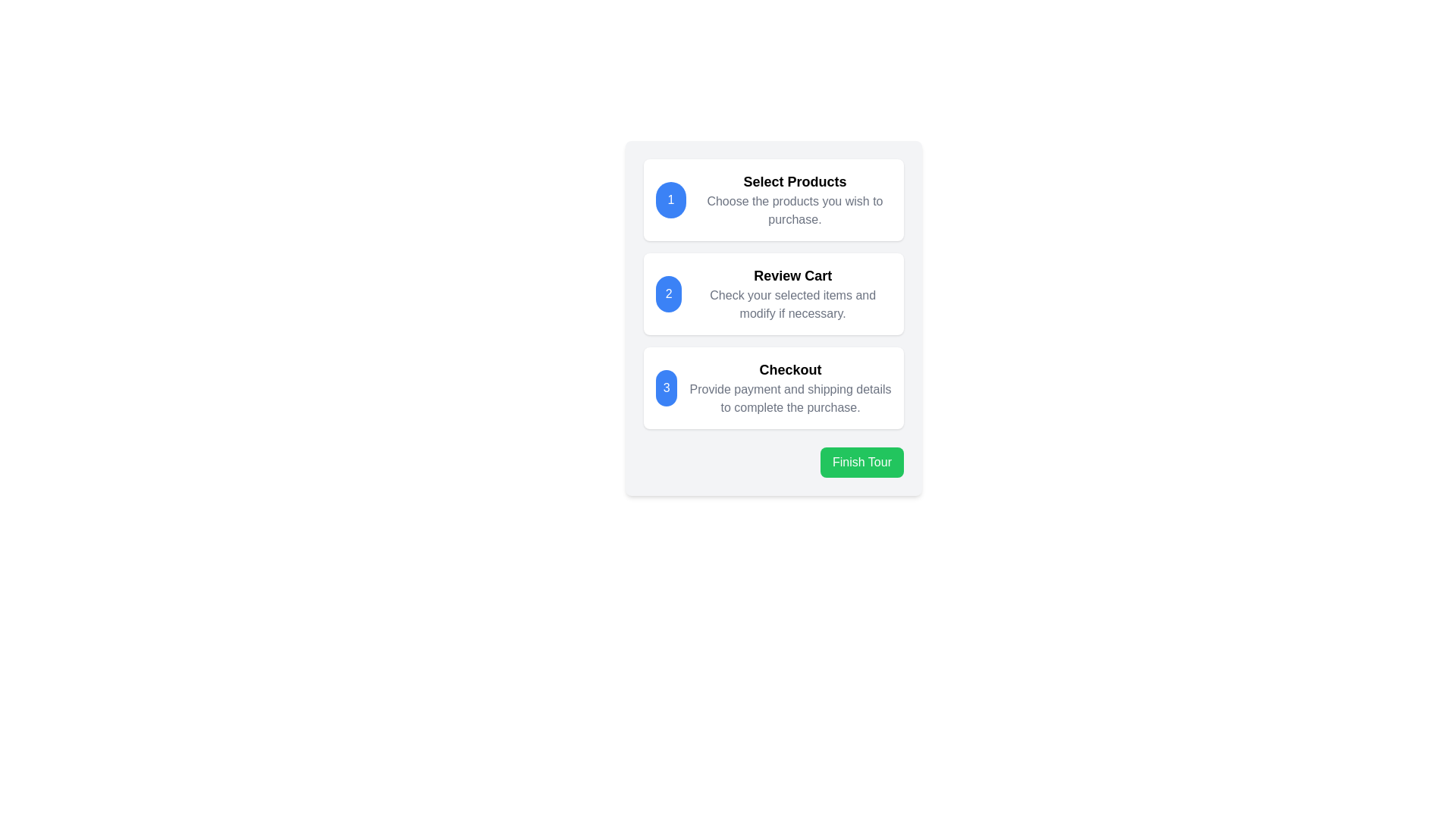  I want to click on the bold text heading labeled 'Checkout', which is prominently displayed at the top of the section explaining the next step in the process, so click(789, 370).